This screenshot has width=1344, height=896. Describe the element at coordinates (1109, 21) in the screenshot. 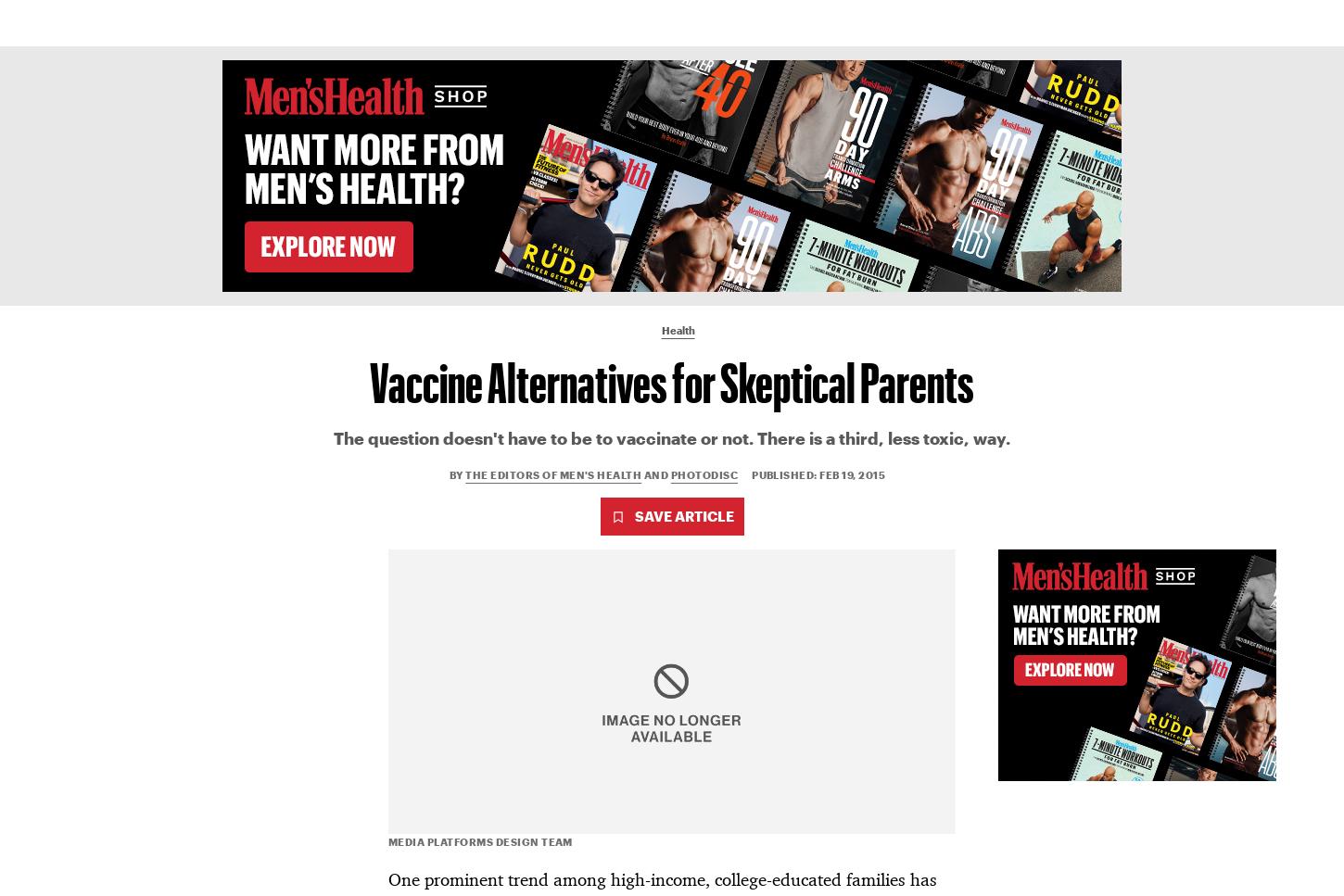

I see `'Subscribe'` at that location.